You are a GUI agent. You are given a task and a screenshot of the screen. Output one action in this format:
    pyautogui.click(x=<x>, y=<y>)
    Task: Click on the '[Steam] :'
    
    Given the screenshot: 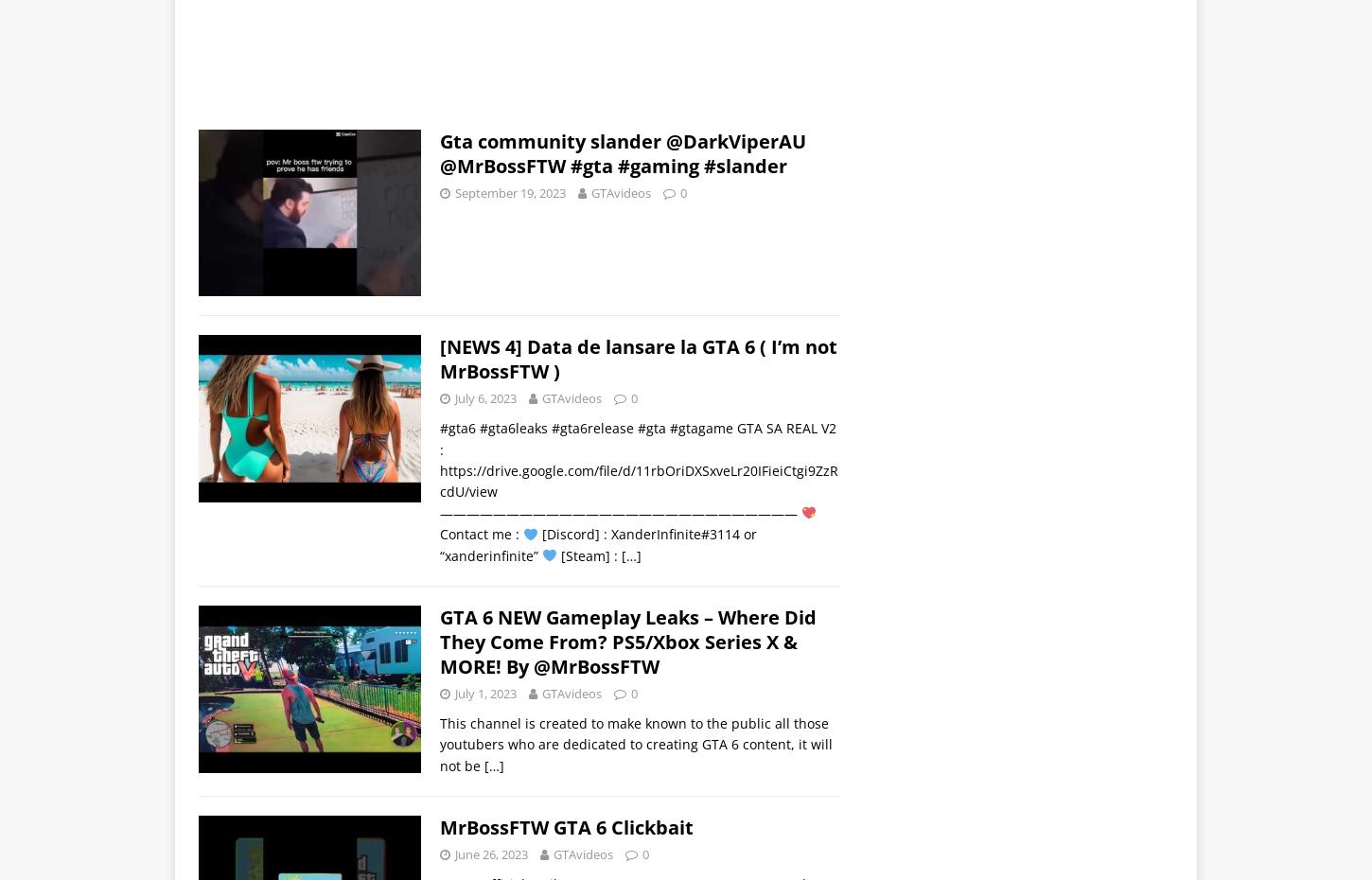 What is the action you would take?
    pyautogui.click(x=588, y=554)
    